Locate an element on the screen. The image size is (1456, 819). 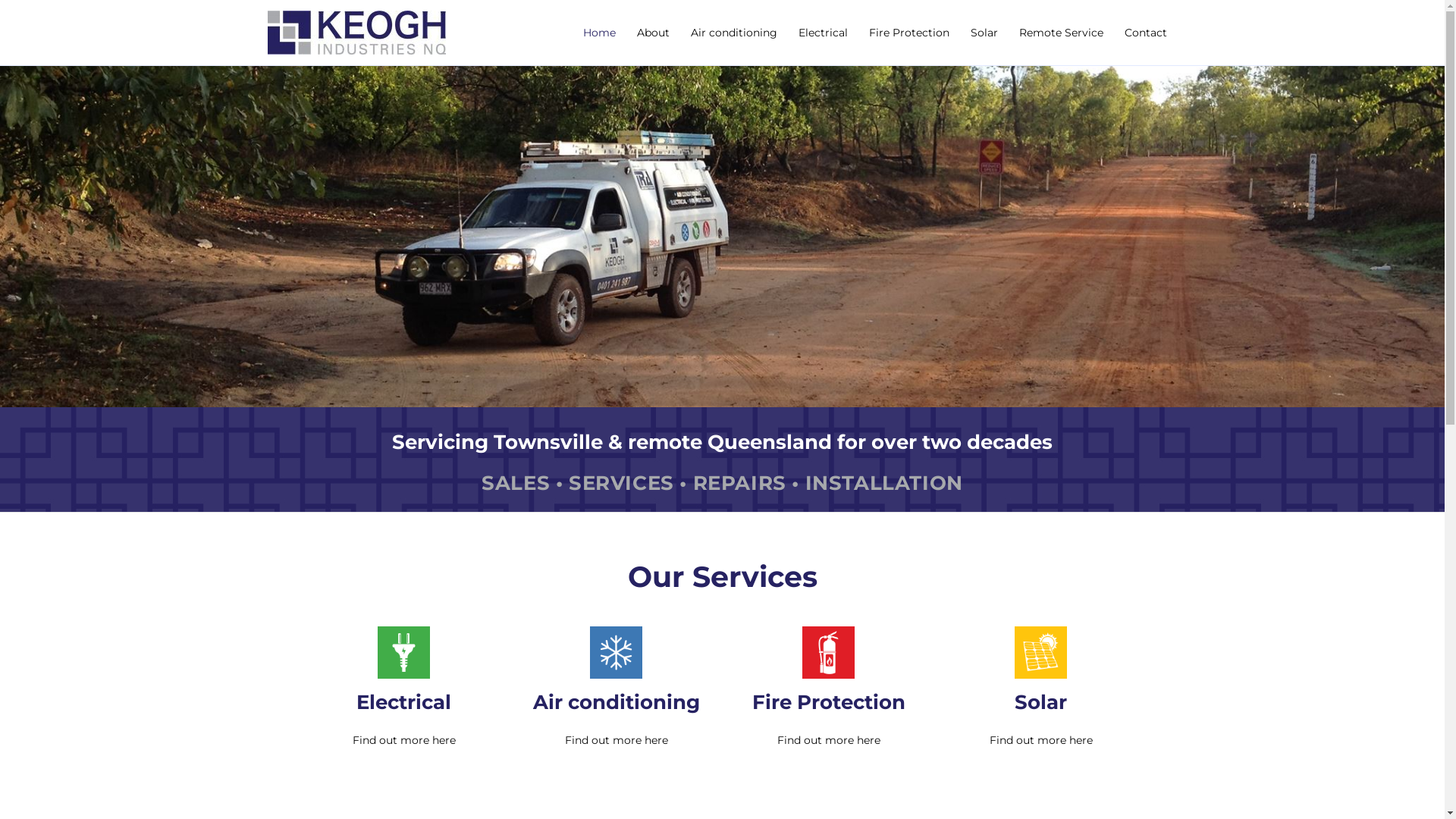
'Air conditioning' is located at coordinates (615, 701).